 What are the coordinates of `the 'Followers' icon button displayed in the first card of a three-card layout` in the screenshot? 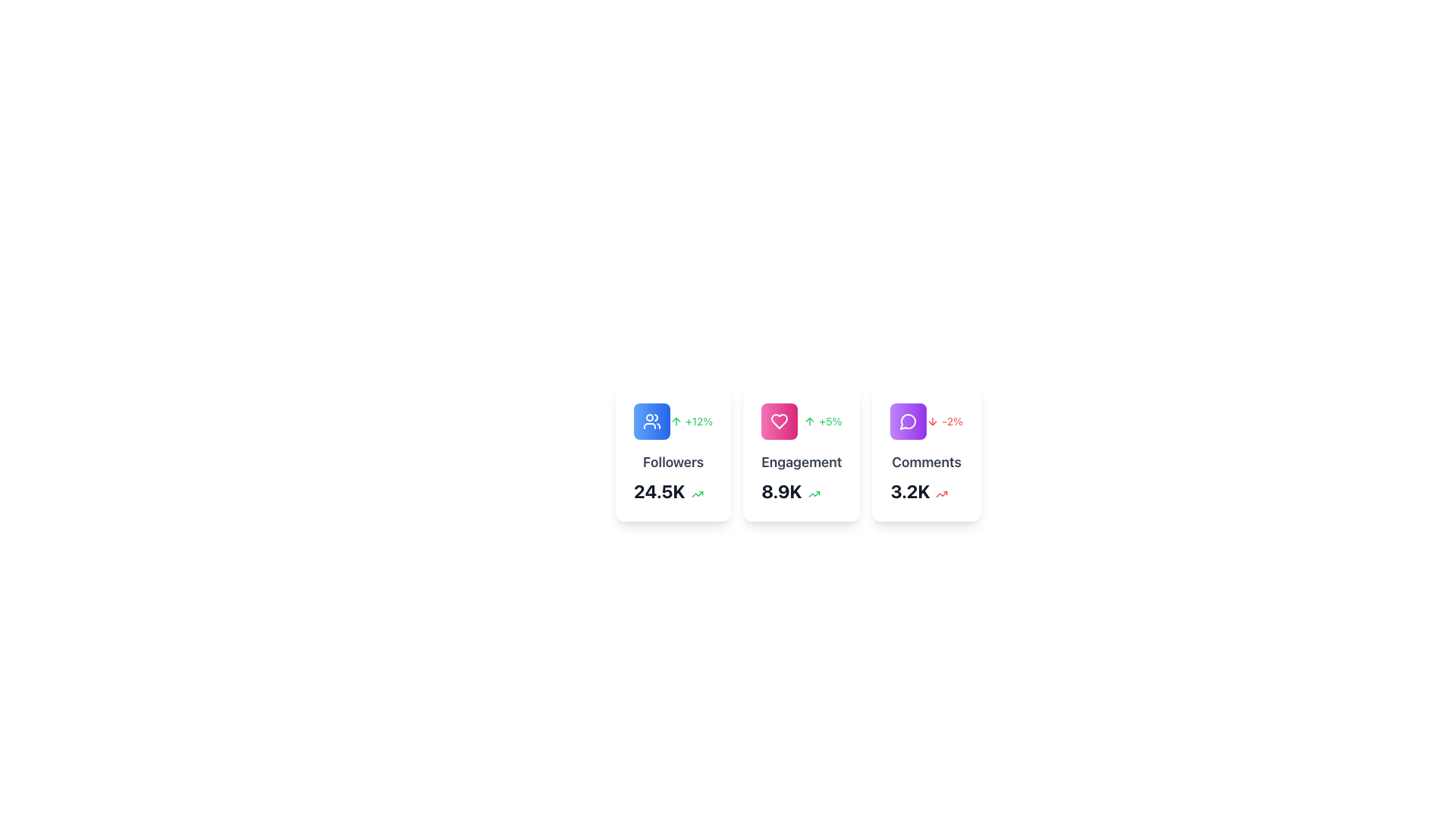 It's located at (651, 421).